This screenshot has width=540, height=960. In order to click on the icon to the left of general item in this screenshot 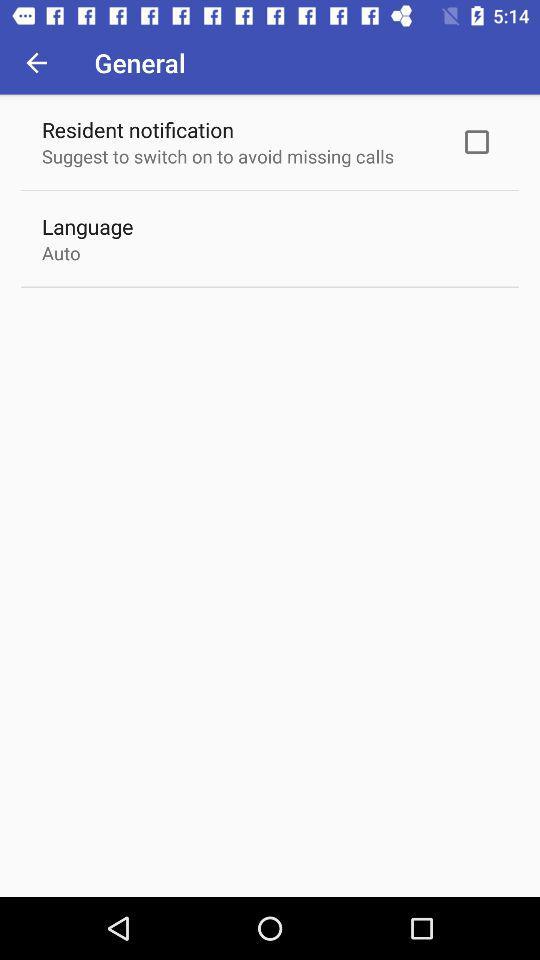, I will do `click(36, 62)`.